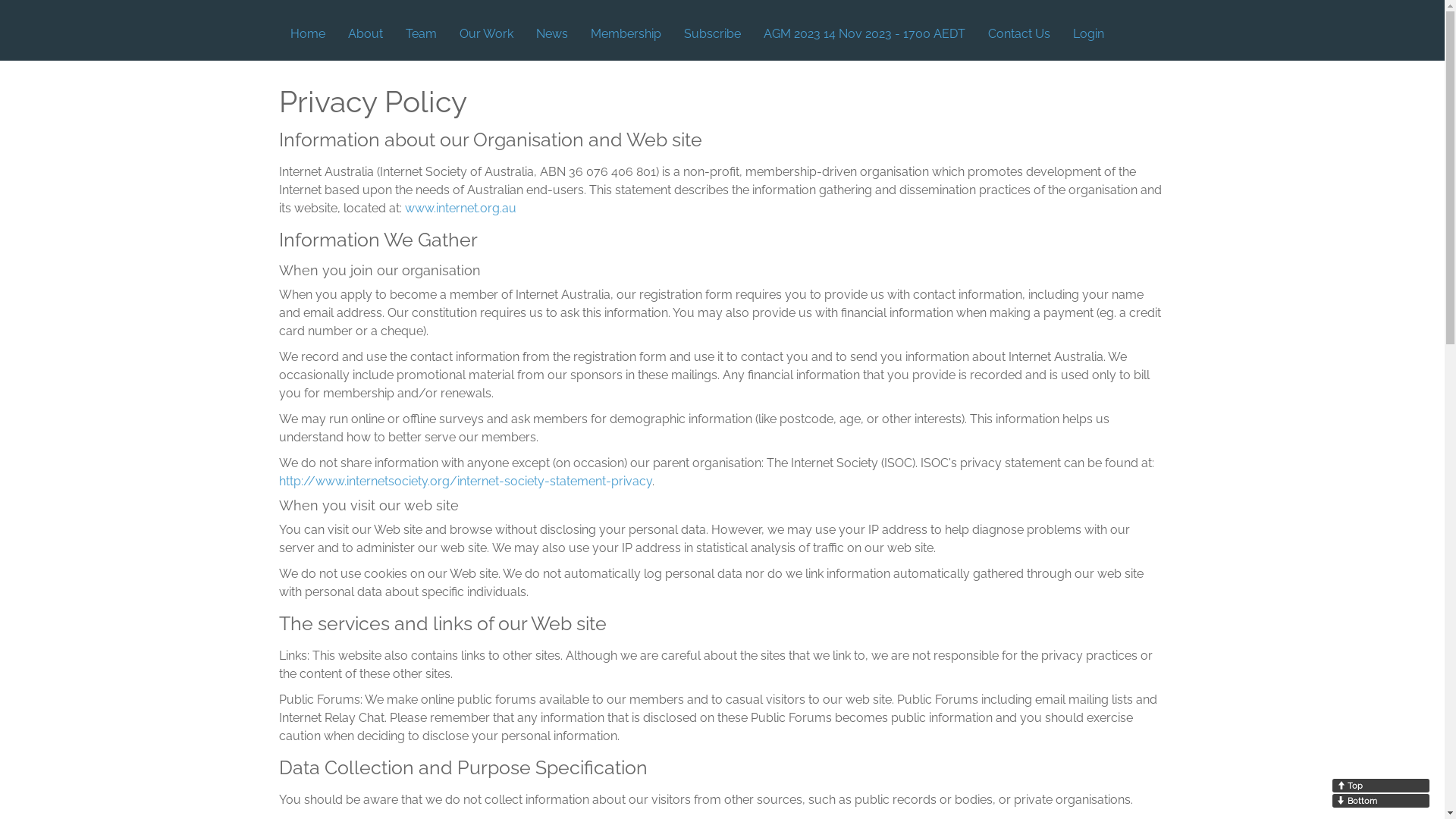 This screenshot has height=819, width=1456. Describe the element at coordinates (864, 34) in the screenshot. I see `'AGM 2023 14 Nov 2023 - 1700 AEDT'` at that location.